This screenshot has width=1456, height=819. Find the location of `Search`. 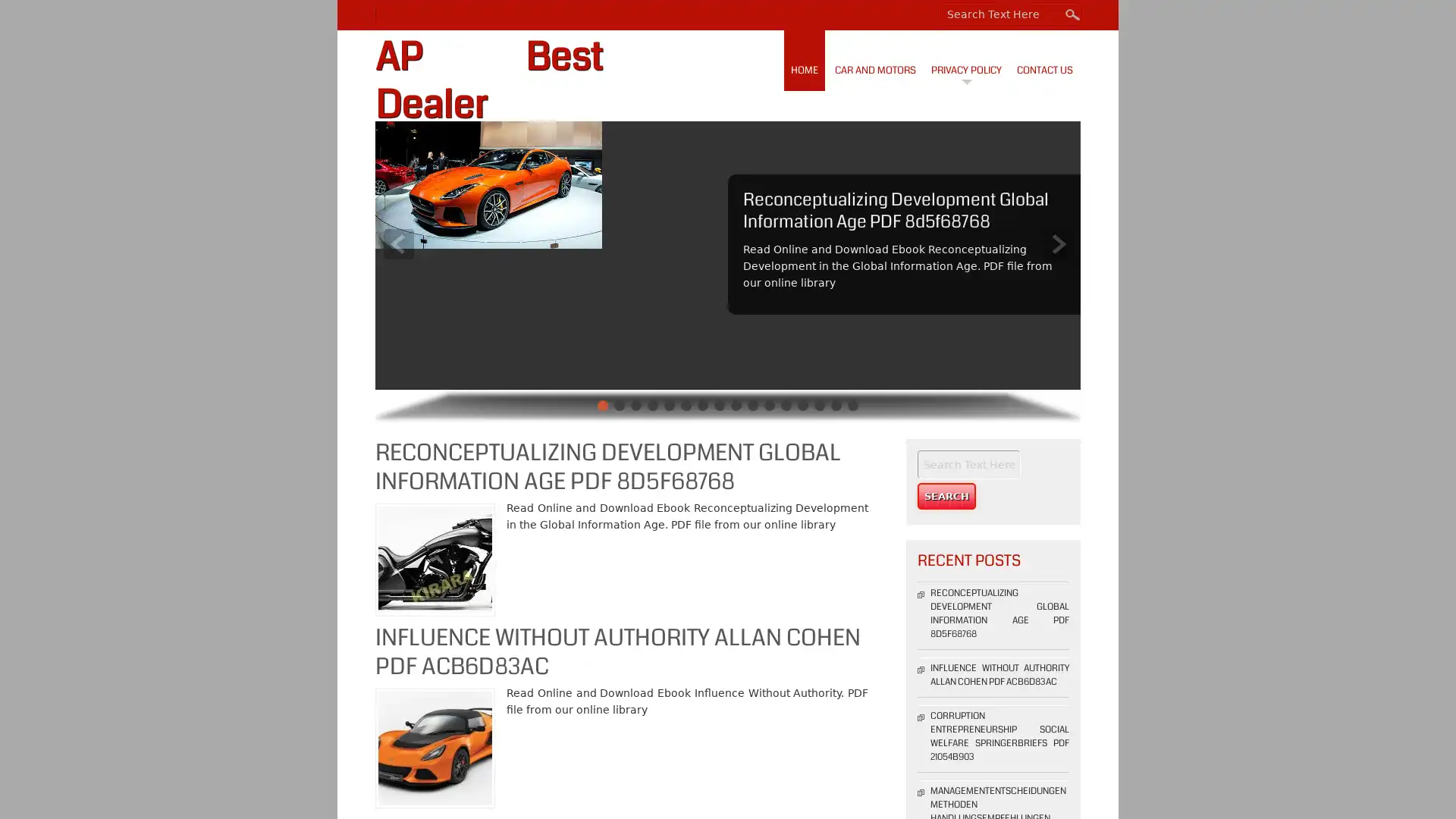

Search is located at coordinates (946, 496).